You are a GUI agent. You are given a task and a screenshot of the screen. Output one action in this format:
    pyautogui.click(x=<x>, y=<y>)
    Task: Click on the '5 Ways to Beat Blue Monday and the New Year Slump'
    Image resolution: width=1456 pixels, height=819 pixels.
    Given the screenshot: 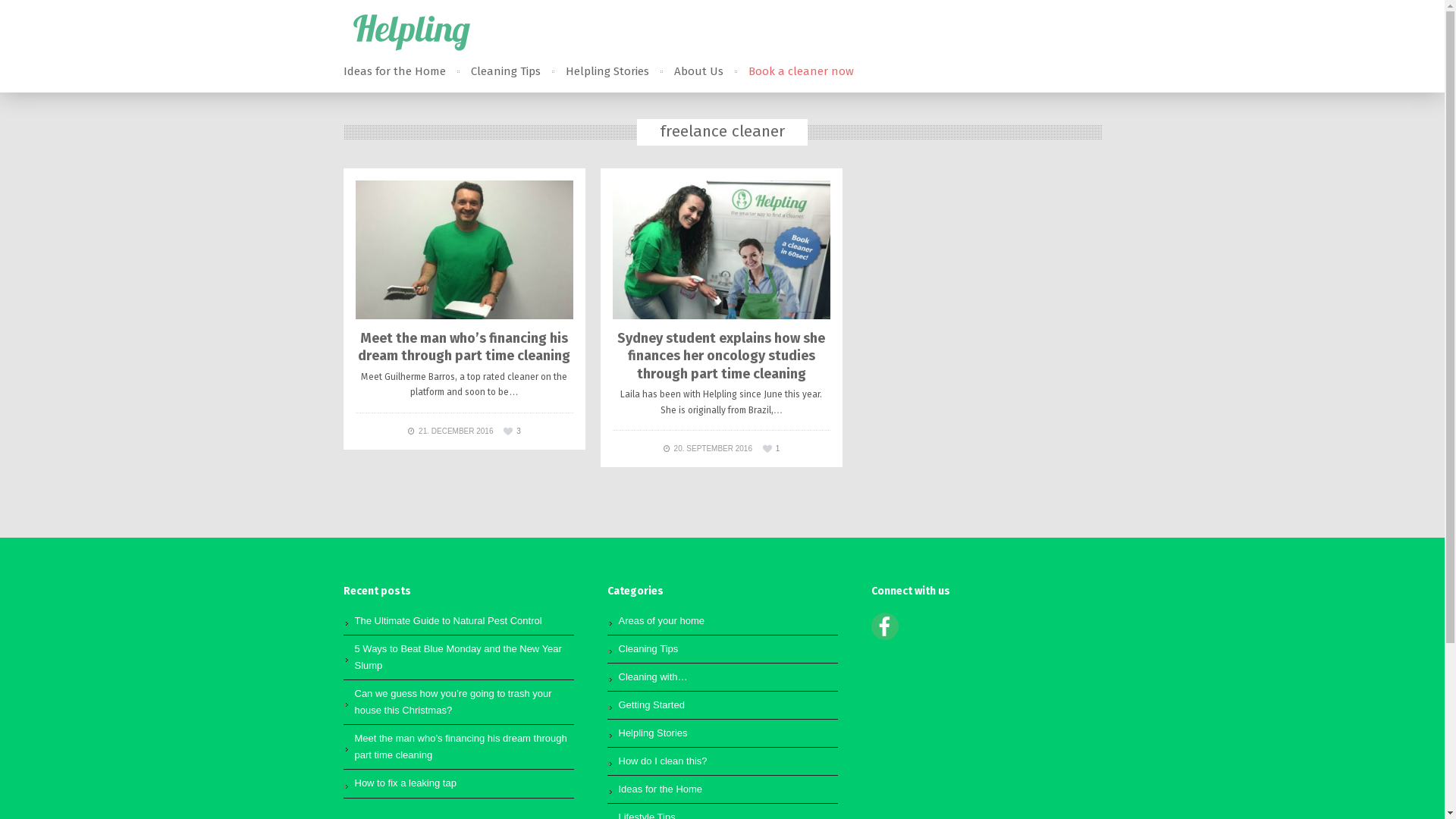 What is the action you would take?
    pyautogui.click(x=457, y=656)
    